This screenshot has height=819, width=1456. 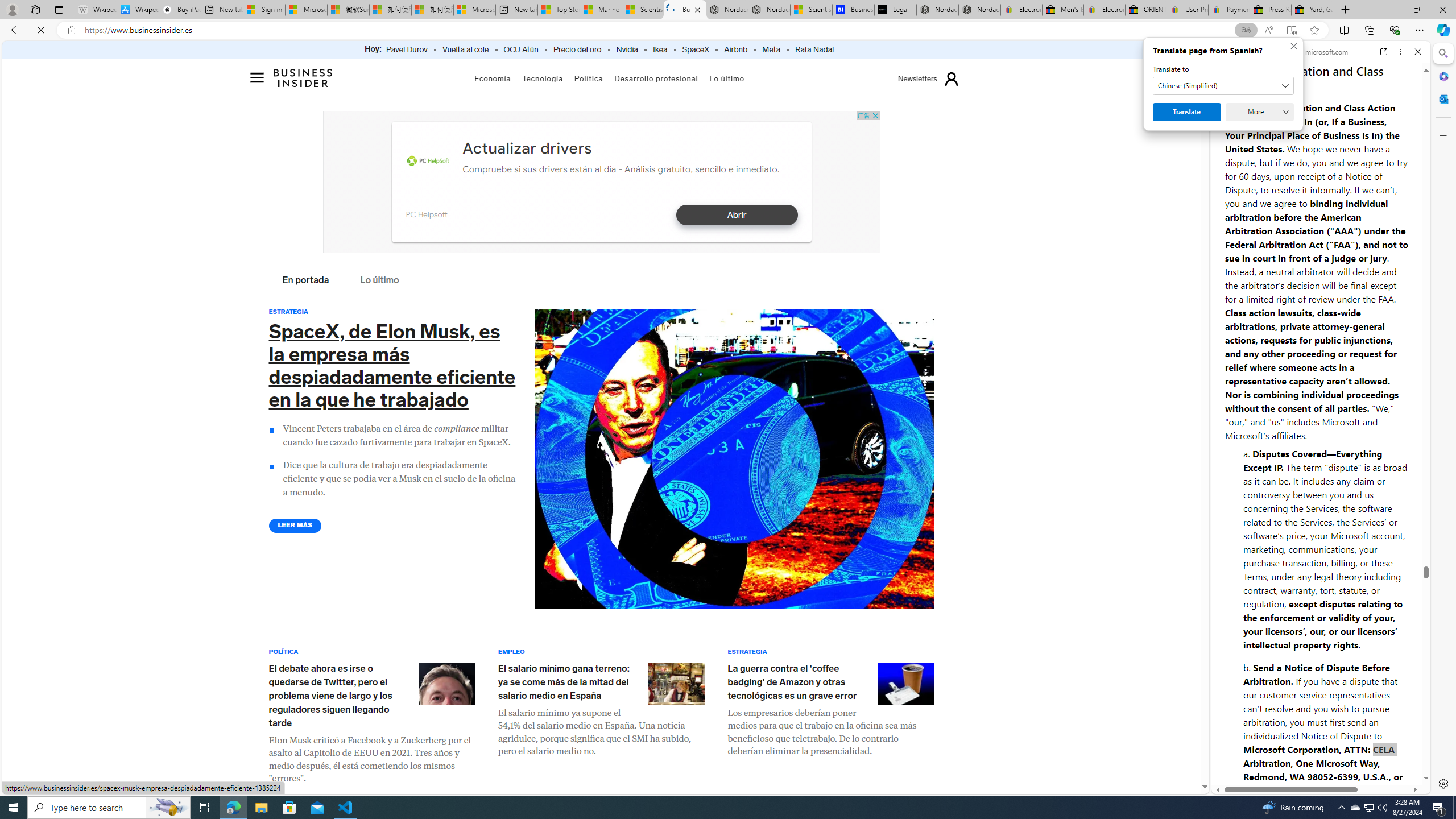 I want to click on 'Nvidia', so click(x=626, y=49).